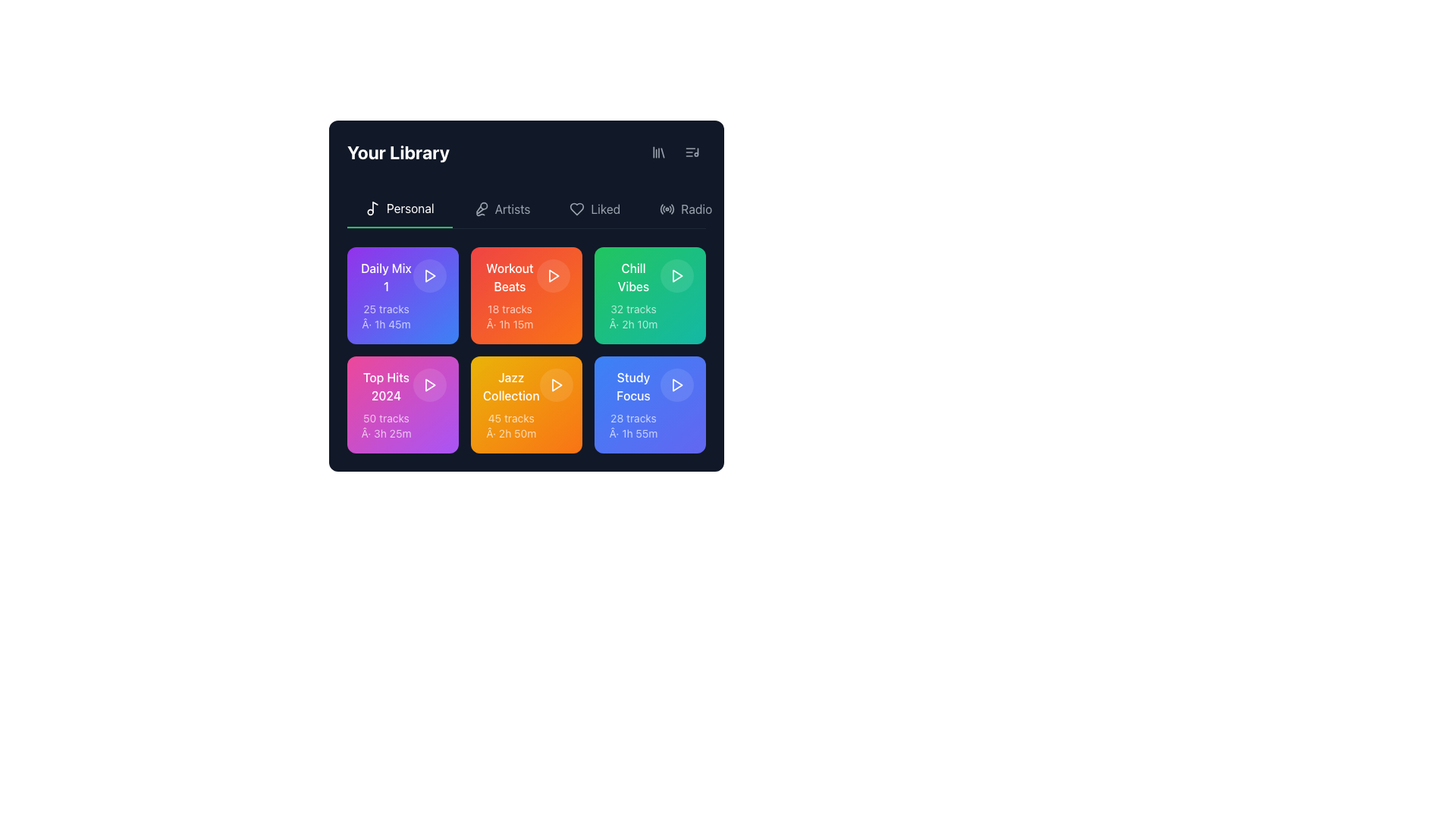 This screenshot has width=1456, height=819. I want to click on the innermost arc of the 'Radio' icon located in the upper-right section of the interface, so click(662, 209).